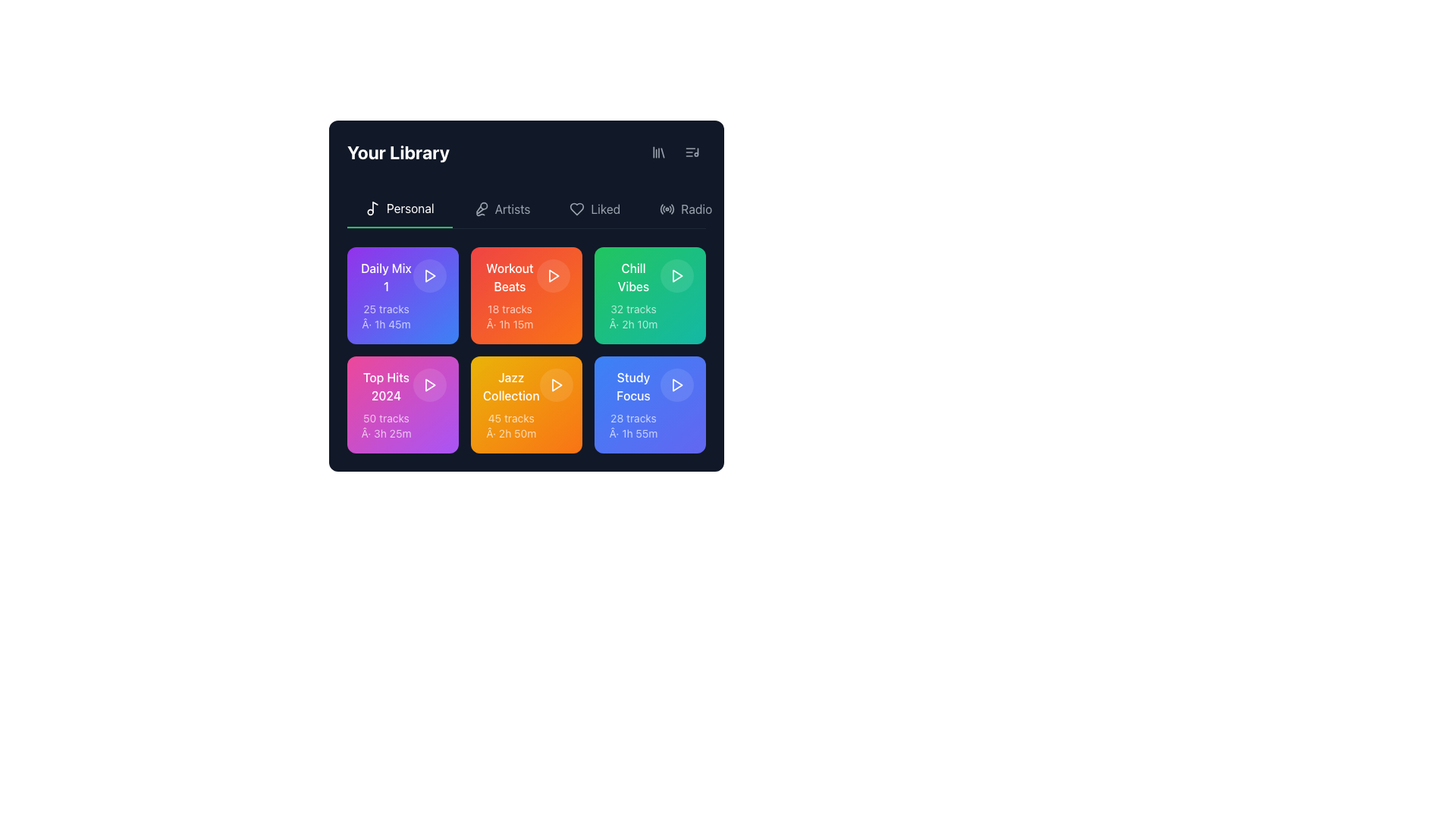 This screenshot has width=1456, height=819. I want to click on the innermost arc of the 'Radio' icon located in the upper-right section of the interface, so click(662, 209).